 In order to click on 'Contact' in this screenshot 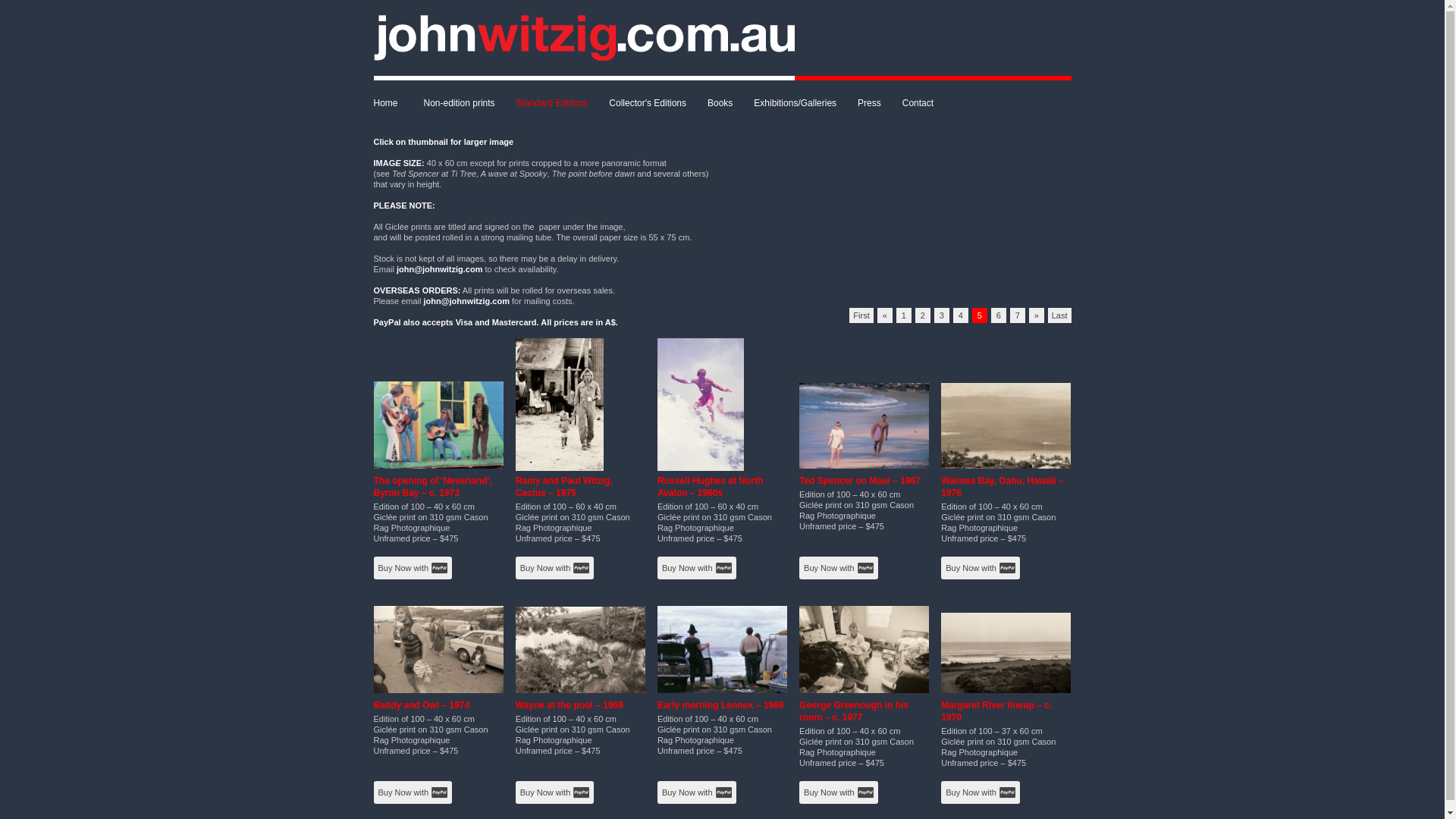, I will do `click(917, 102)`.